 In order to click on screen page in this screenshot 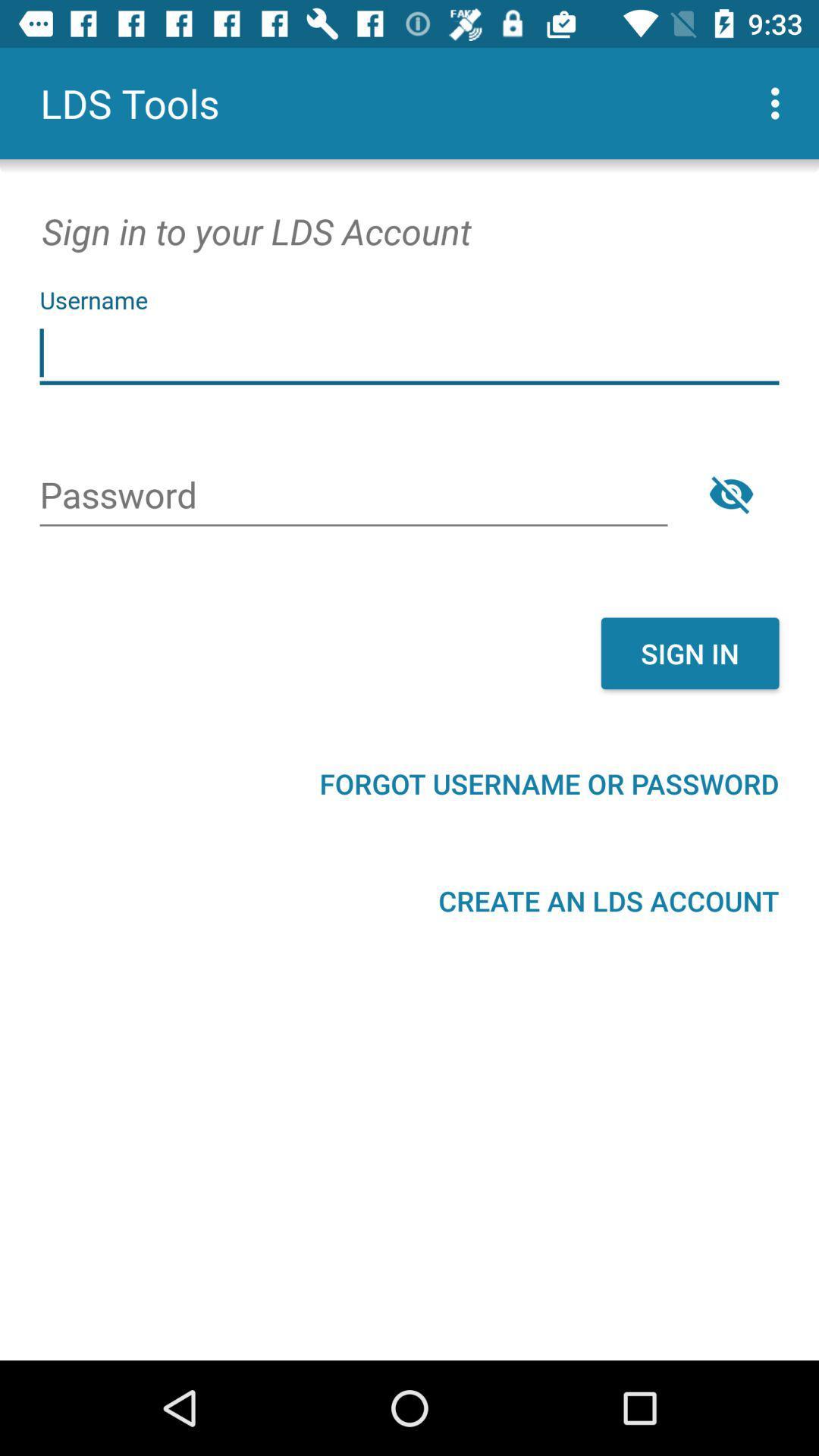, I will do `click(409, 353)`.